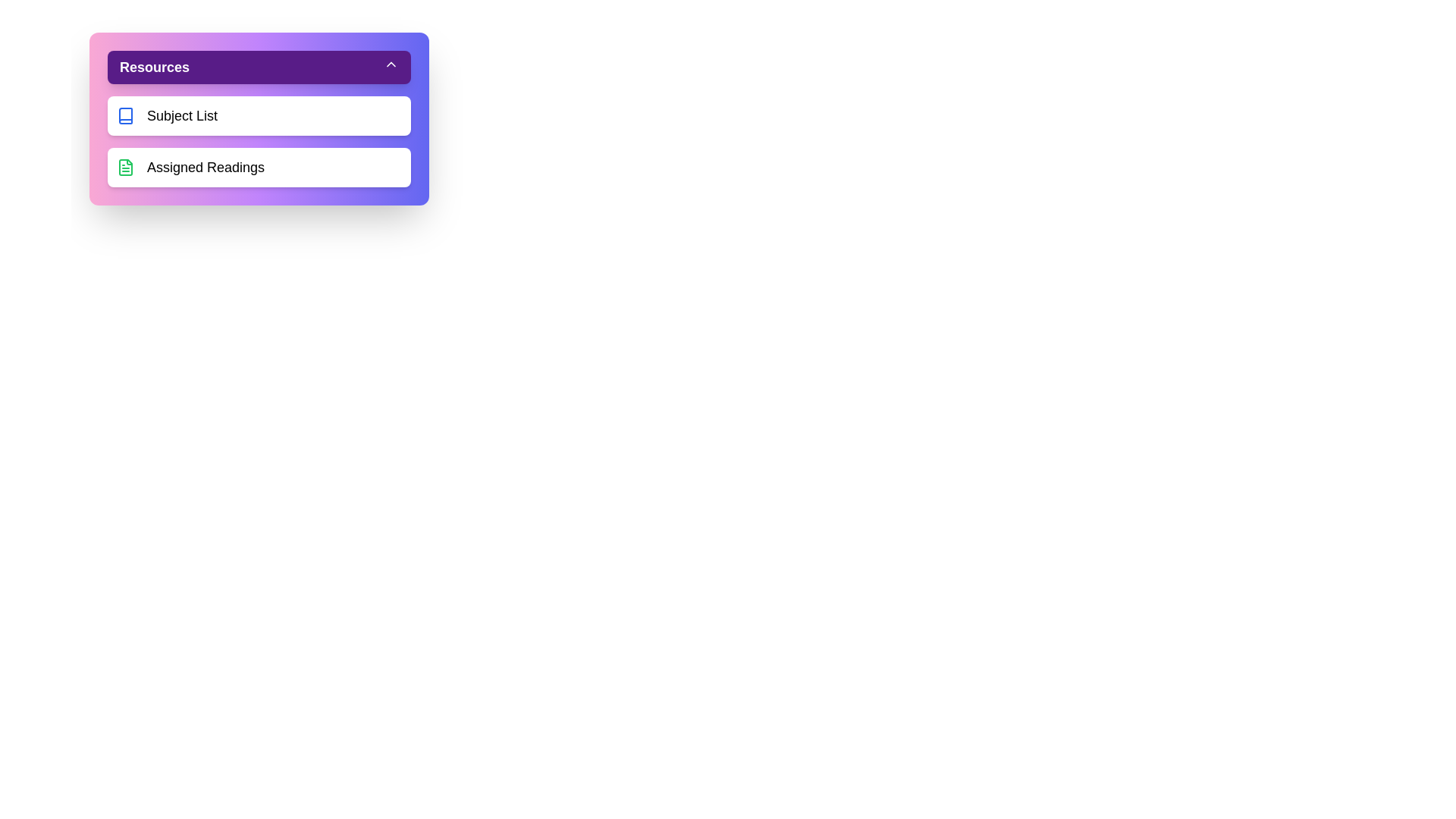 This screenshot has height=819, width=1456. Describe the element at coordinates (259, 167) in the screenshot. I see `the 'Assigned Readings' list item, which is a rounded rectangle button with a green document icon and black text` at that location.